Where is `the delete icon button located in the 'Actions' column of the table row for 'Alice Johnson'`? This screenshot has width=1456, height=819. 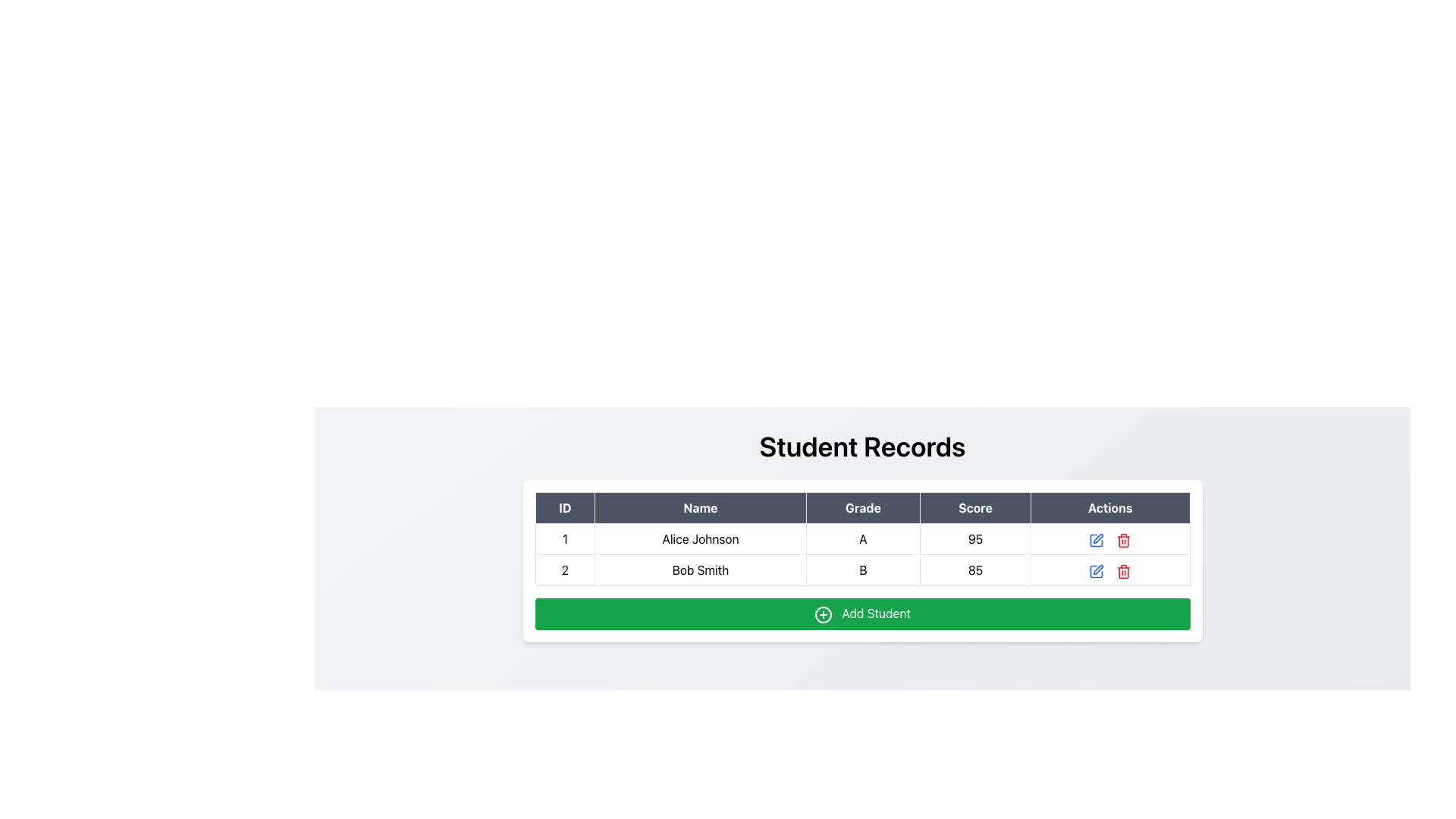
the delete icon button located in the 'Actions' column of the table row for 'Alice Johnson' is located at coordinates (1124, 538).